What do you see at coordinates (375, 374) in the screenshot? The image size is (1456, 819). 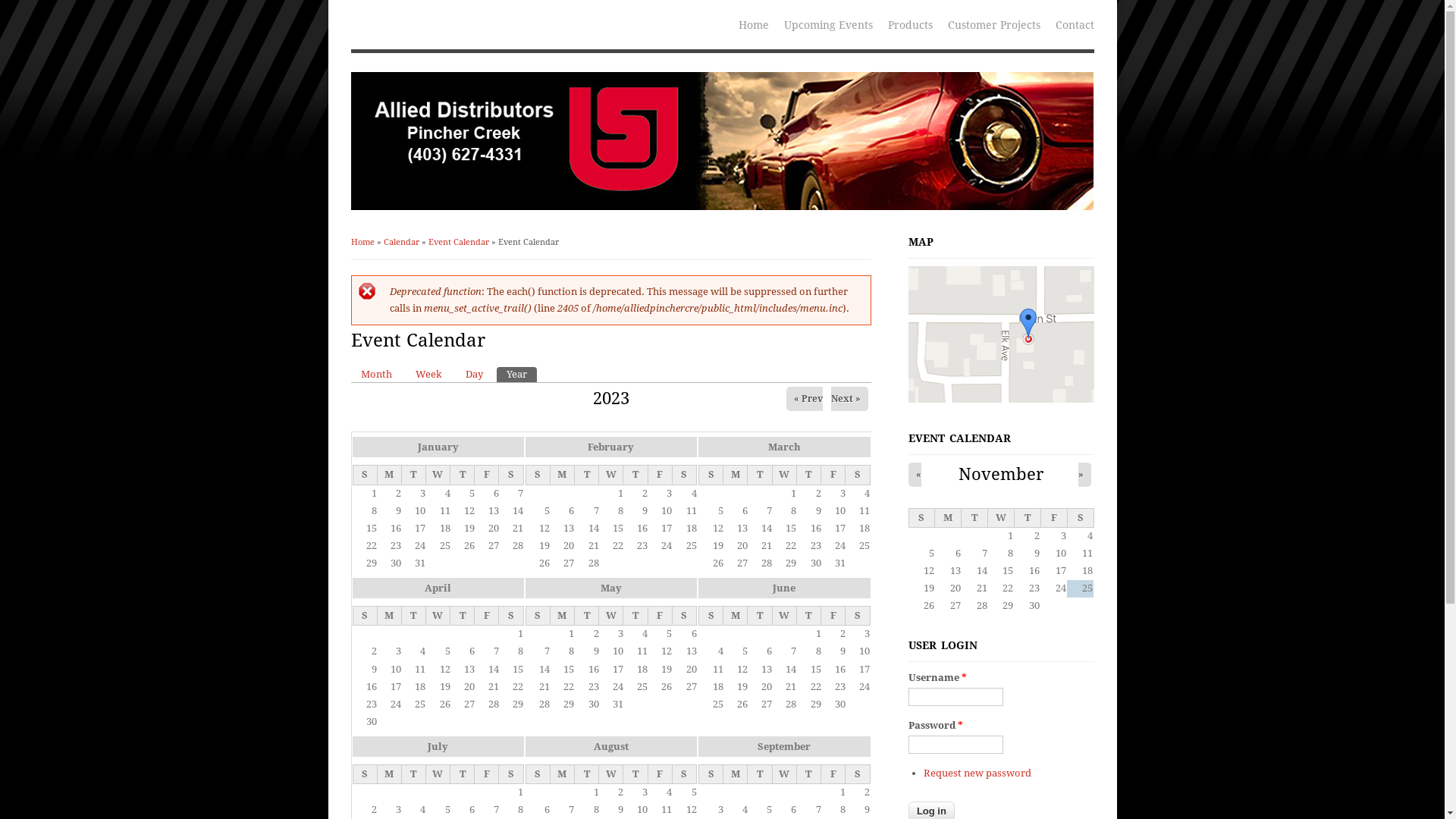 I see `'Month'` at bounding box center [375, 374].